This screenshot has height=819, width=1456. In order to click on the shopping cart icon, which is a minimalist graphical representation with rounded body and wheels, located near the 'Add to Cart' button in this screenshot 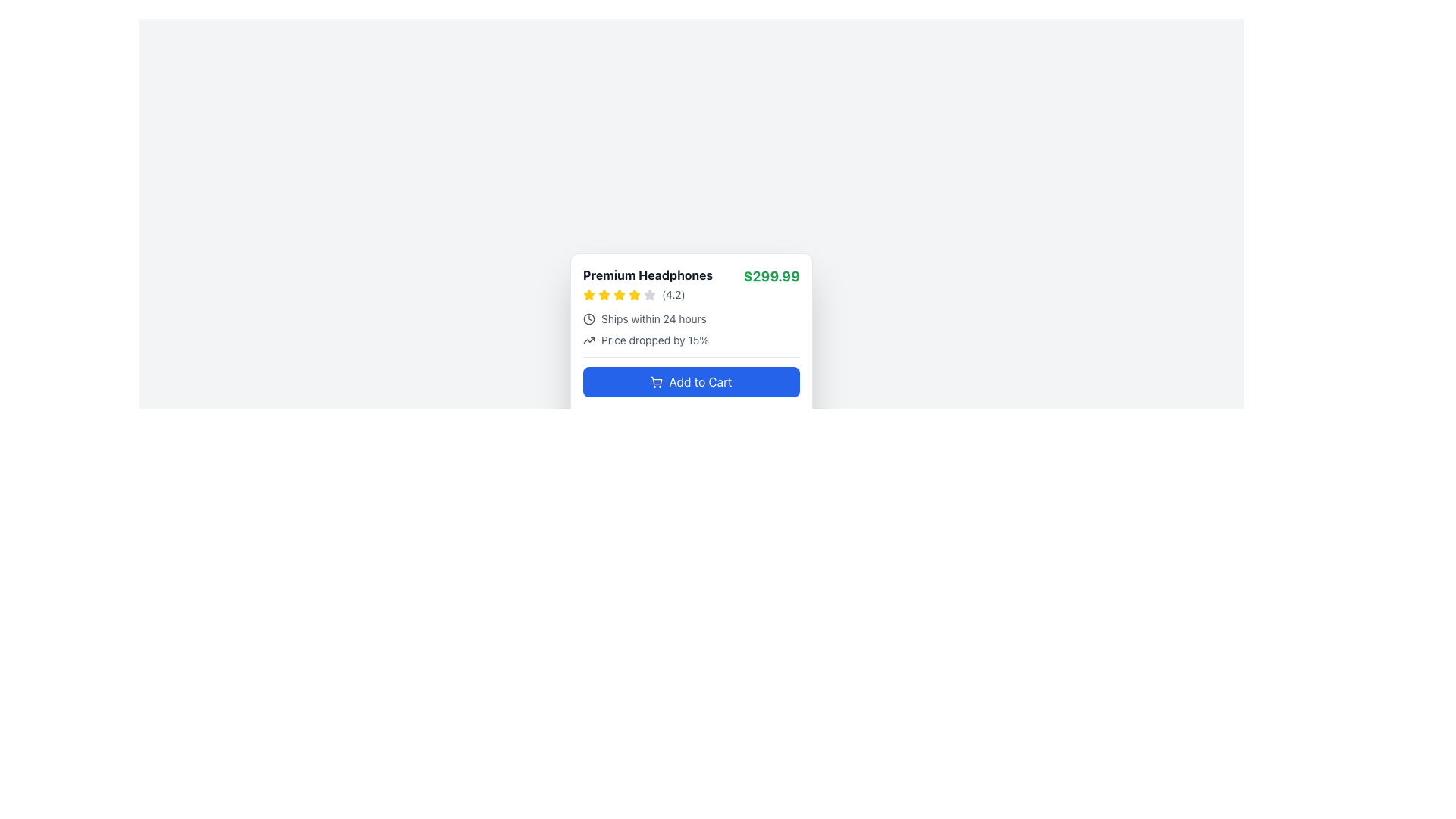, I will do `click(656, 379)`.